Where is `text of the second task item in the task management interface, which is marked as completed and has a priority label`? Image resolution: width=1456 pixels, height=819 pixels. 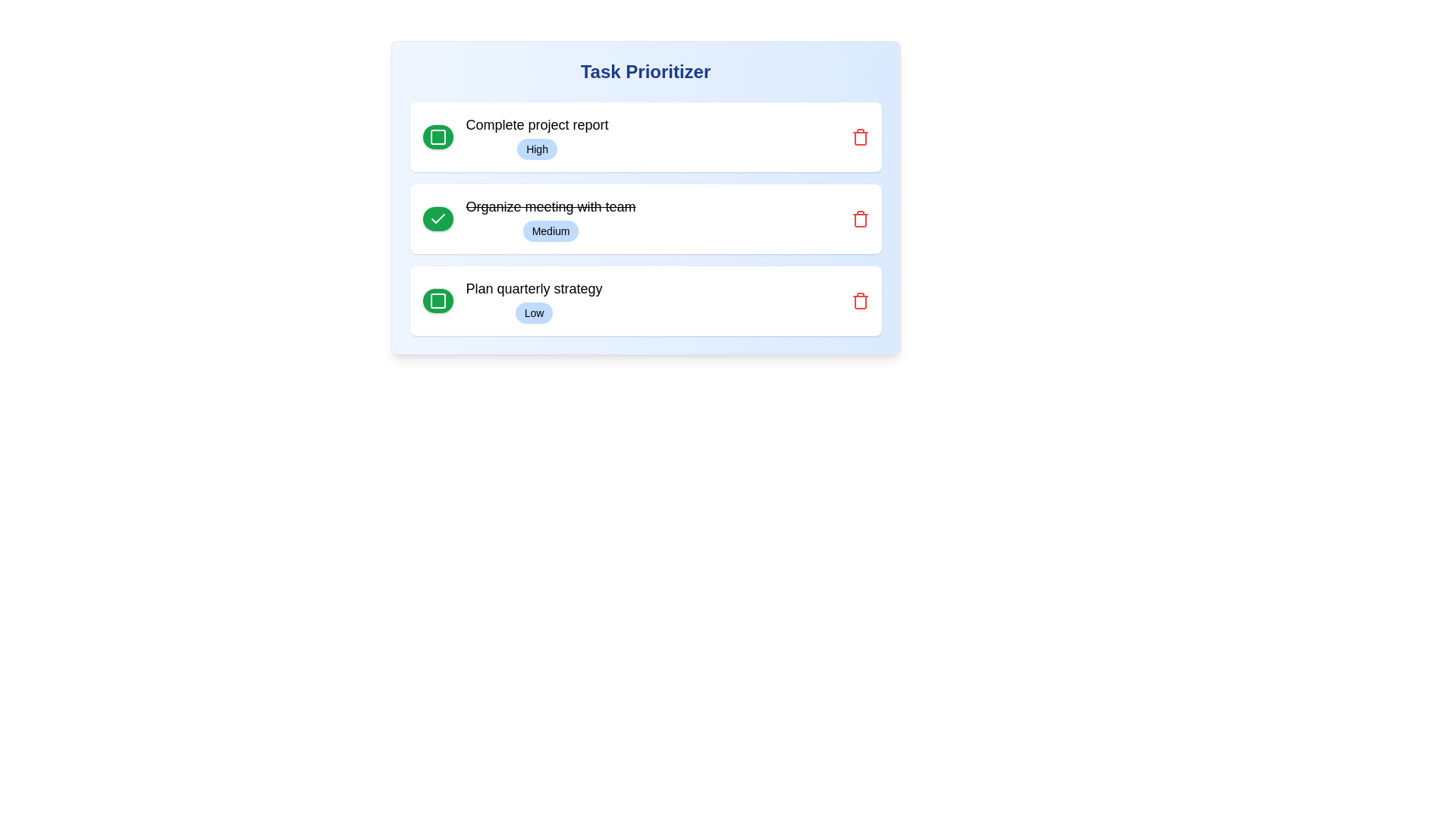 text of the second task item in the task management interface, which is marked as completed and has a priority label is located at coordinates (529, 219).